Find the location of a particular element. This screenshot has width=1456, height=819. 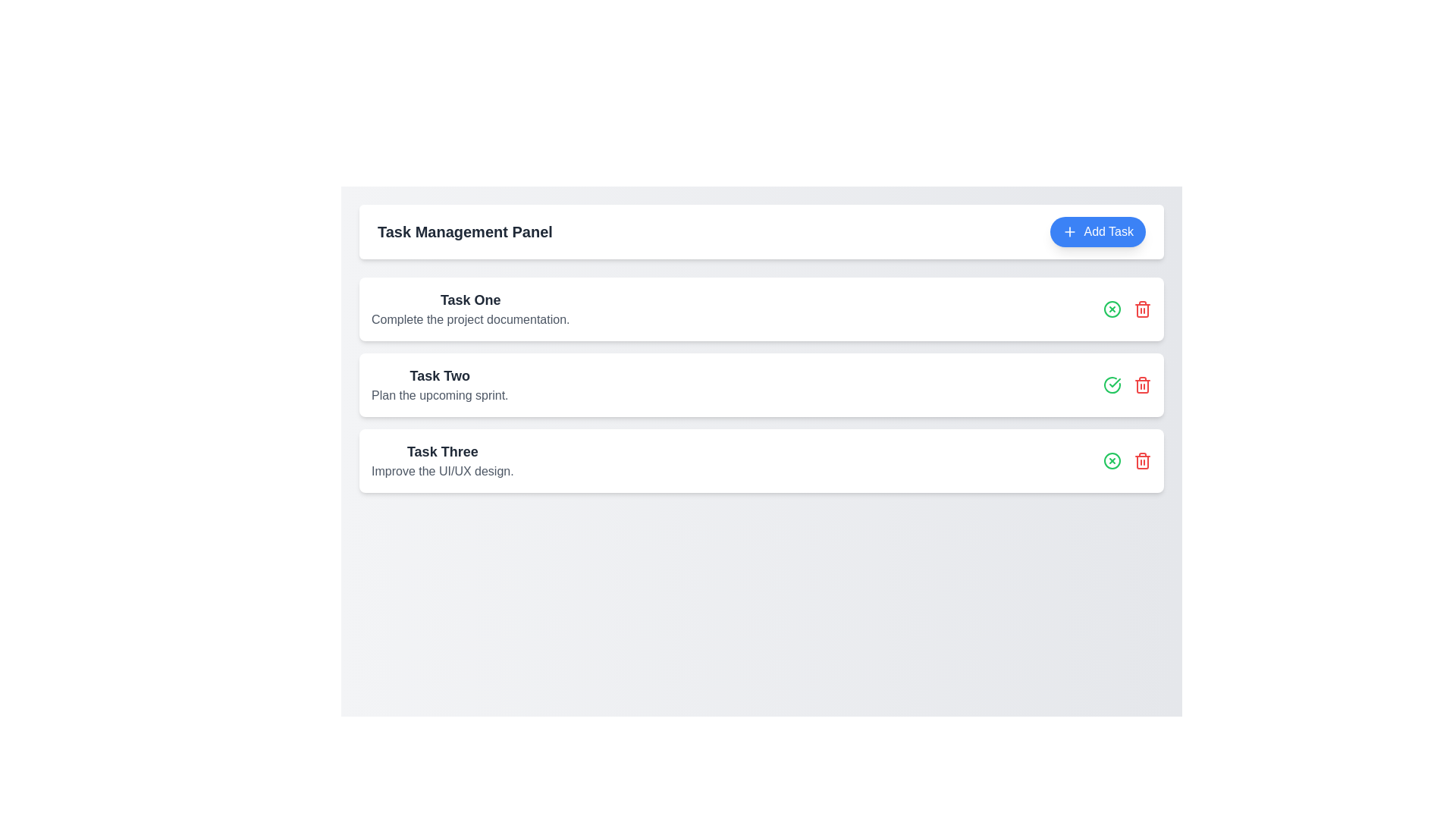

the Text element located directly below the 'Task Two' heading, which provides a descriptive detail or subtitle for the task is located at coordinates (439, 394).